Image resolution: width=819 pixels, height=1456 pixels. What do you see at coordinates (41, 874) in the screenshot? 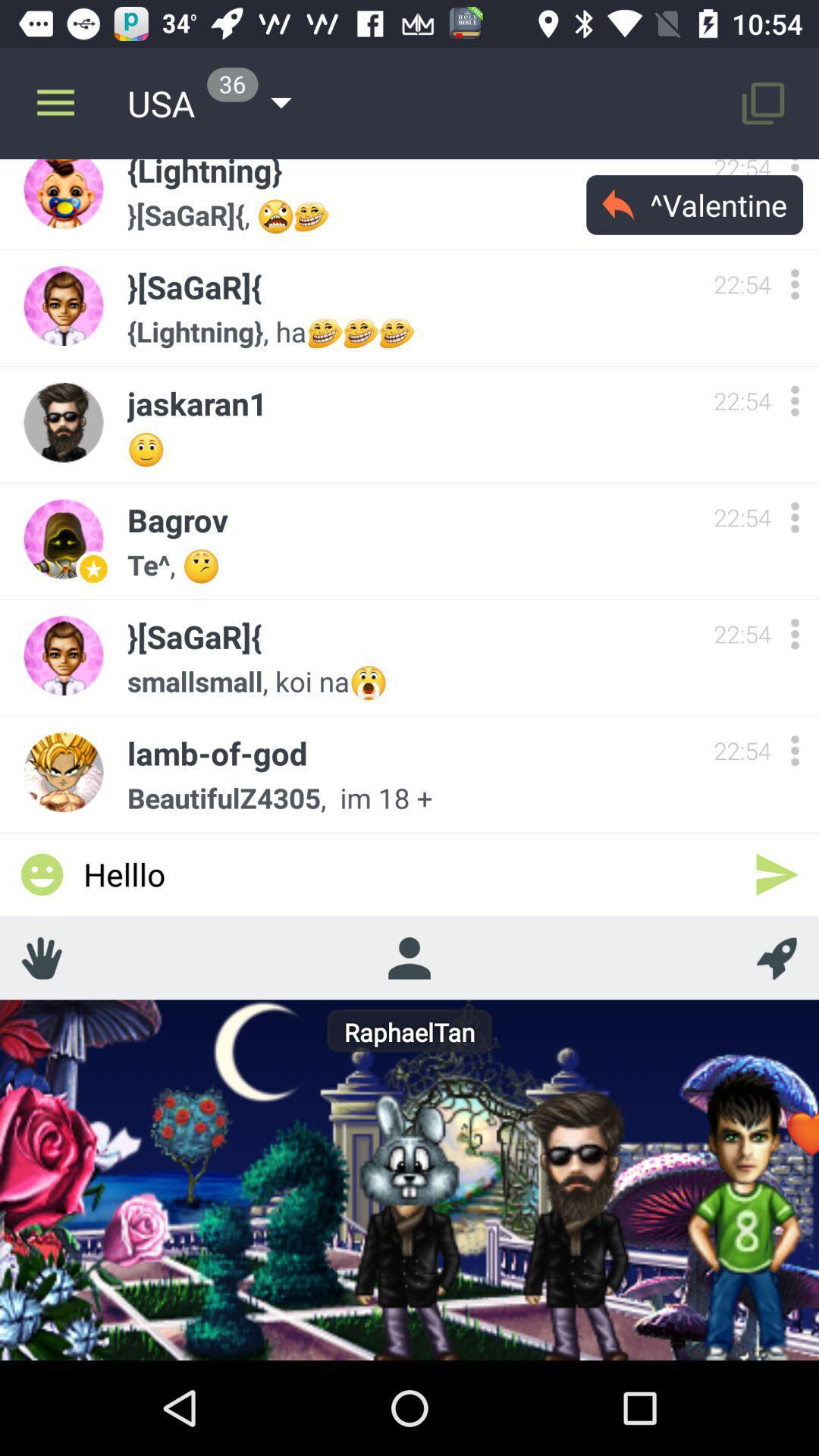
I see `smiley` at bounding box center [41, 874].